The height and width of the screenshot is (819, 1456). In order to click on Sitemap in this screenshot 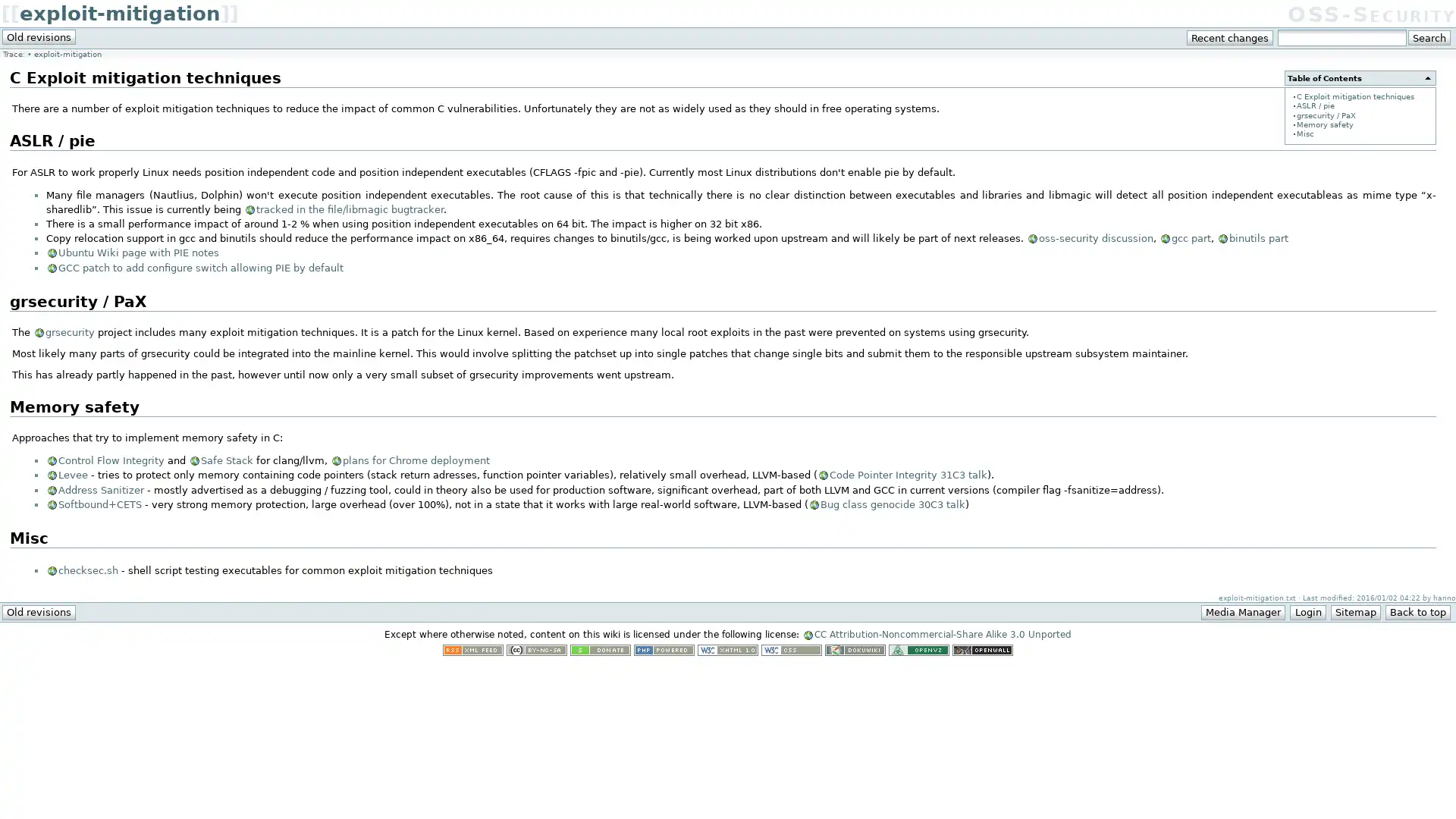, I will do `click(1354, 610)`.